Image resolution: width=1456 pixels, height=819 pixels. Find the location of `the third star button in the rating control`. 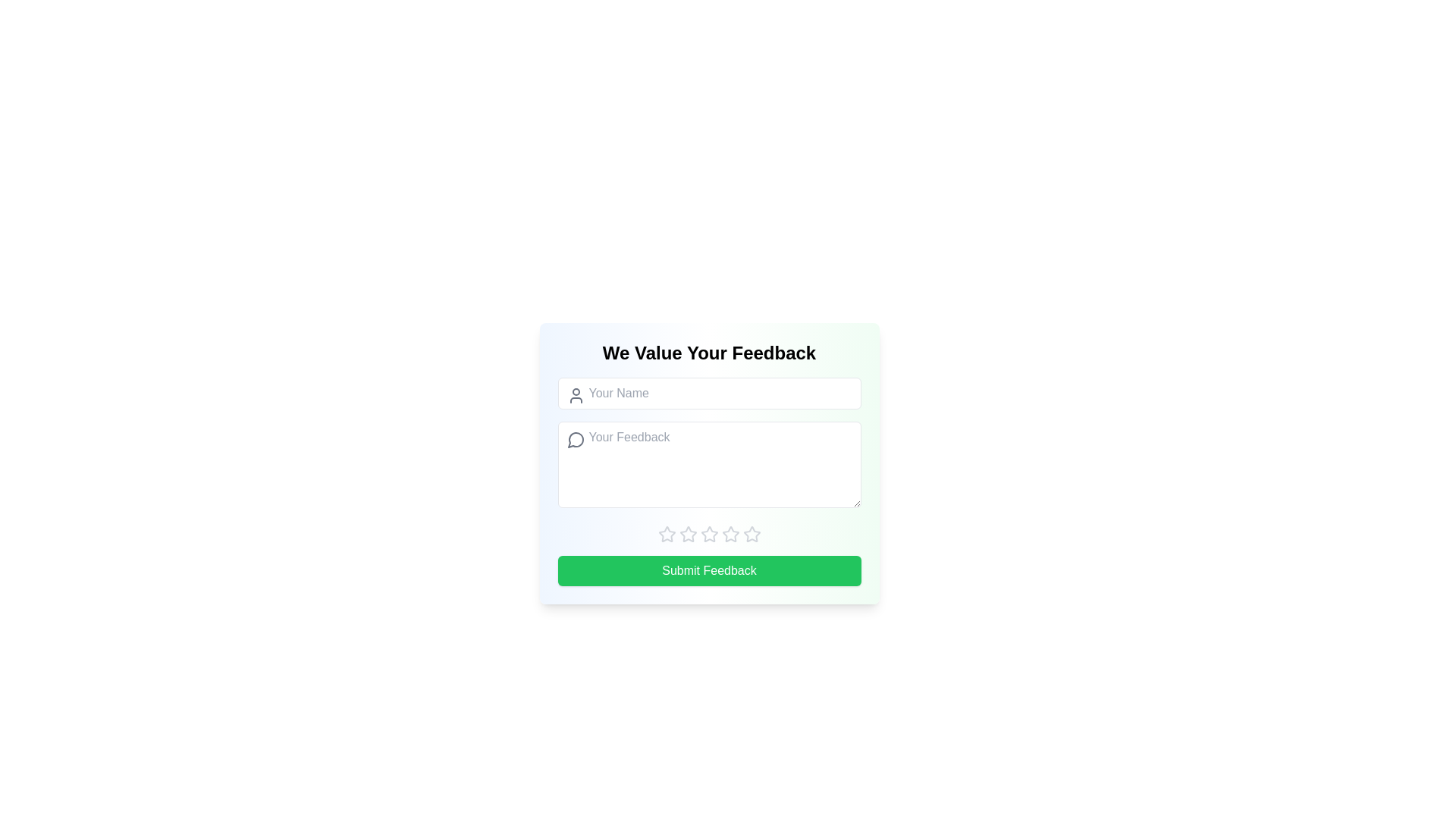

the third star button in the rating control is located at coordinates (687, 534).